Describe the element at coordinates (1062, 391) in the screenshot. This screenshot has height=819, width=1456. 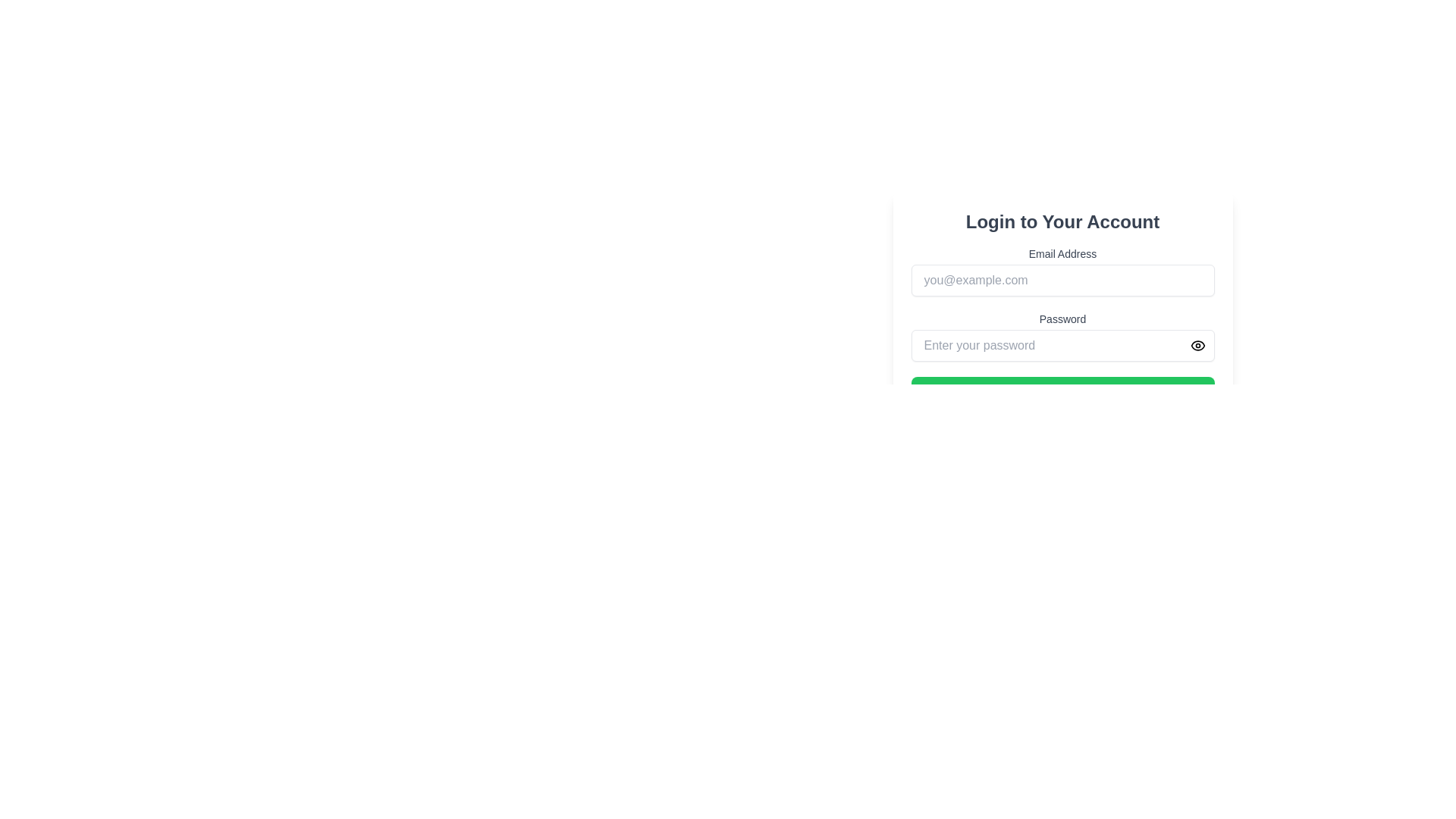
I see `the green 'Login' button with white bold text` at that location.